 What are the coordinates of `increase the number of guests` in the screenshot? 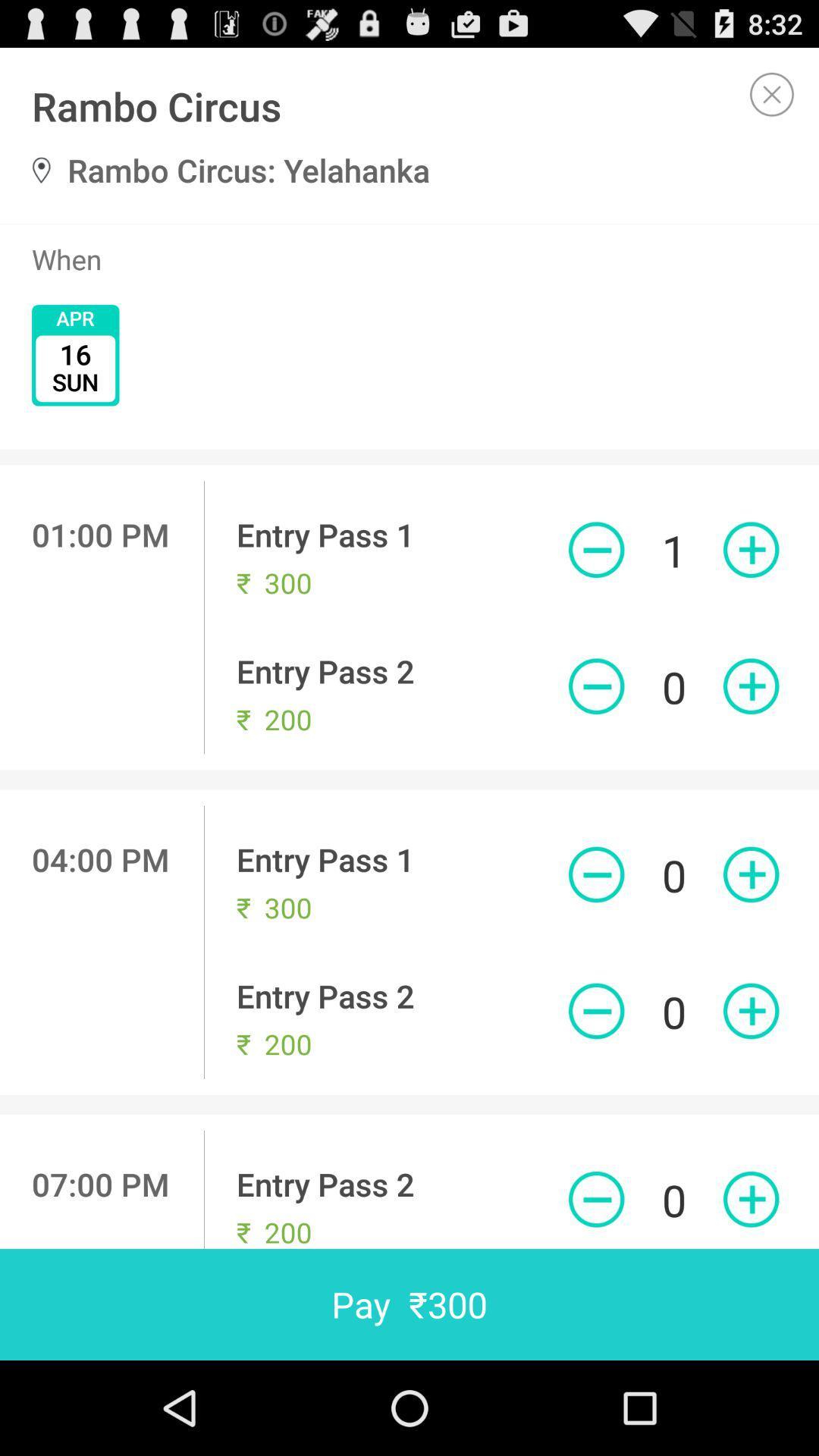 It's located at (751, 1011).